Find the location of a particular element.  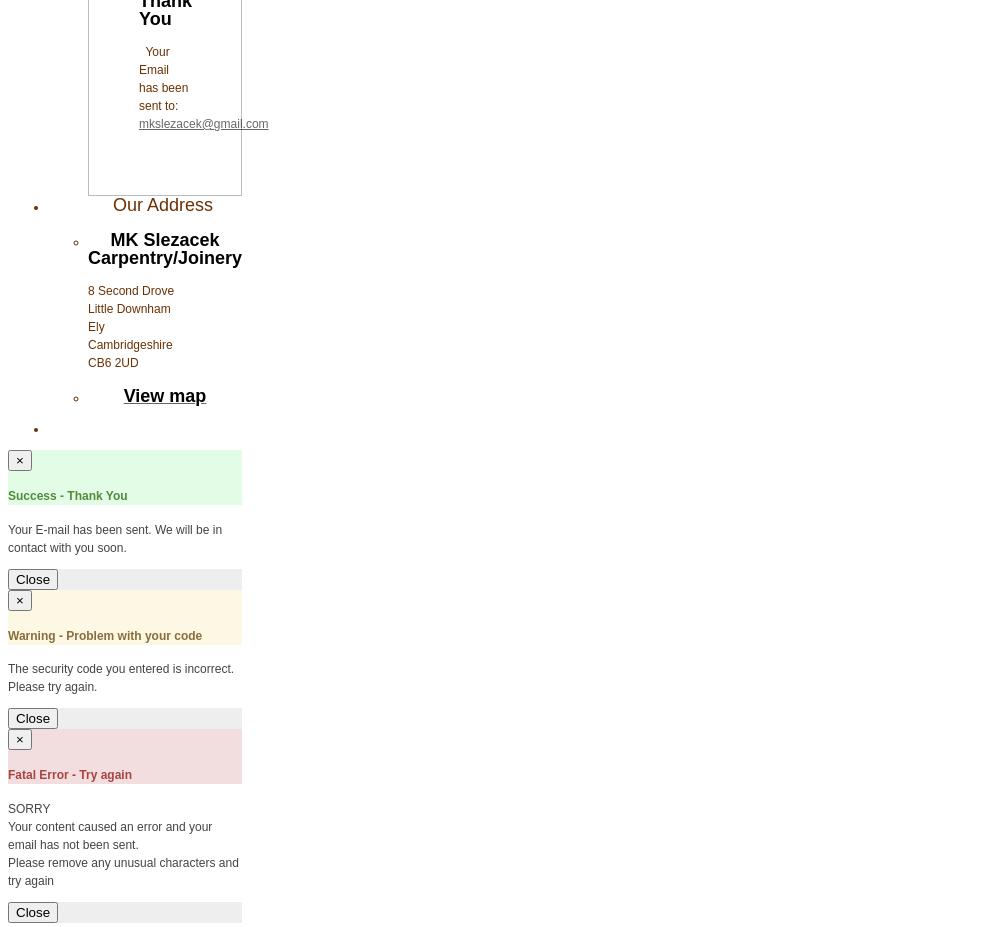

'The security code you entered is incorrect.  Please try again.' is located at coordinates (120, 677).